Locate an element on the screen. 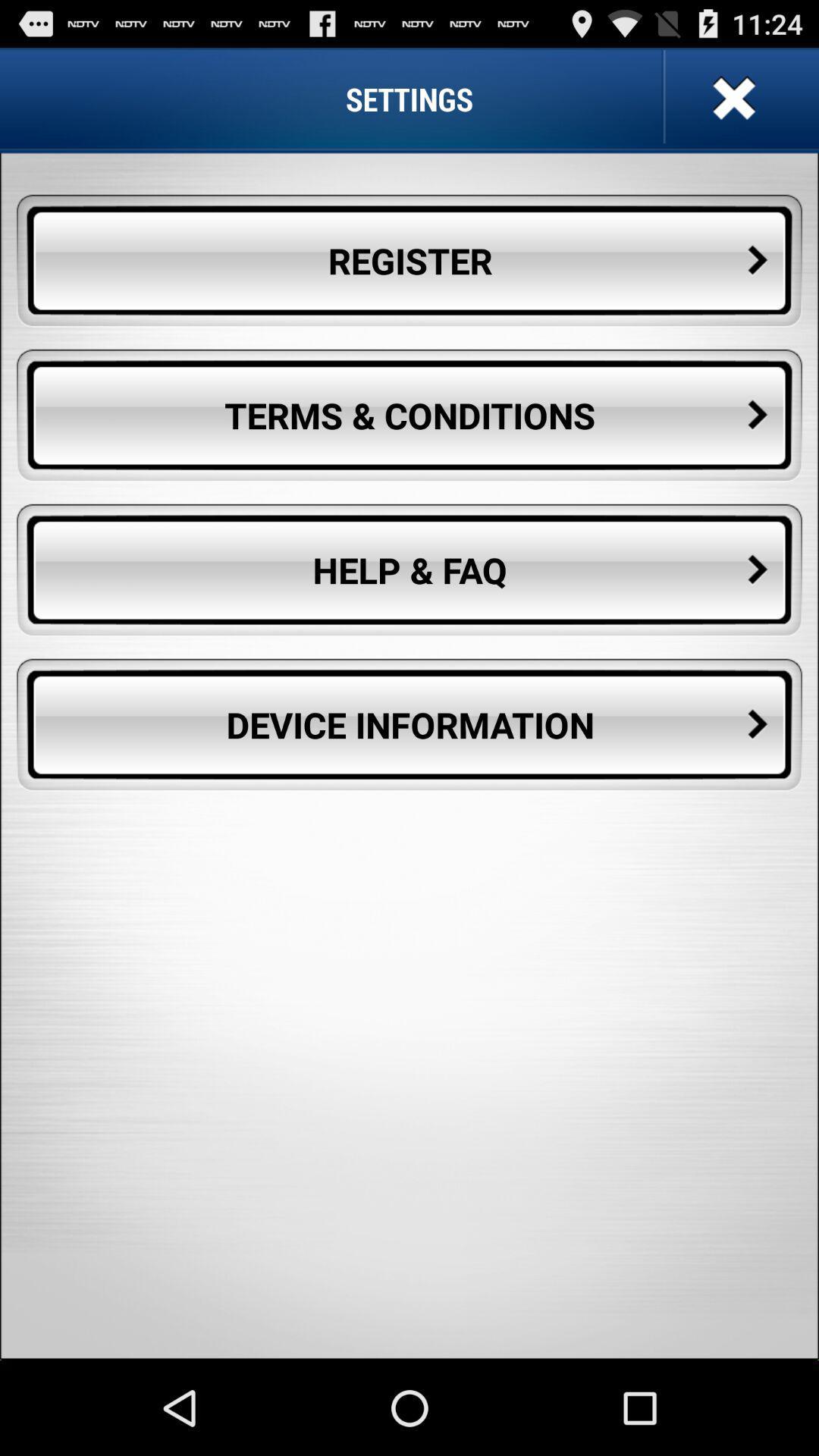 This screenshot has width=819, height=1456. register button is located at coordinates (409, 261).